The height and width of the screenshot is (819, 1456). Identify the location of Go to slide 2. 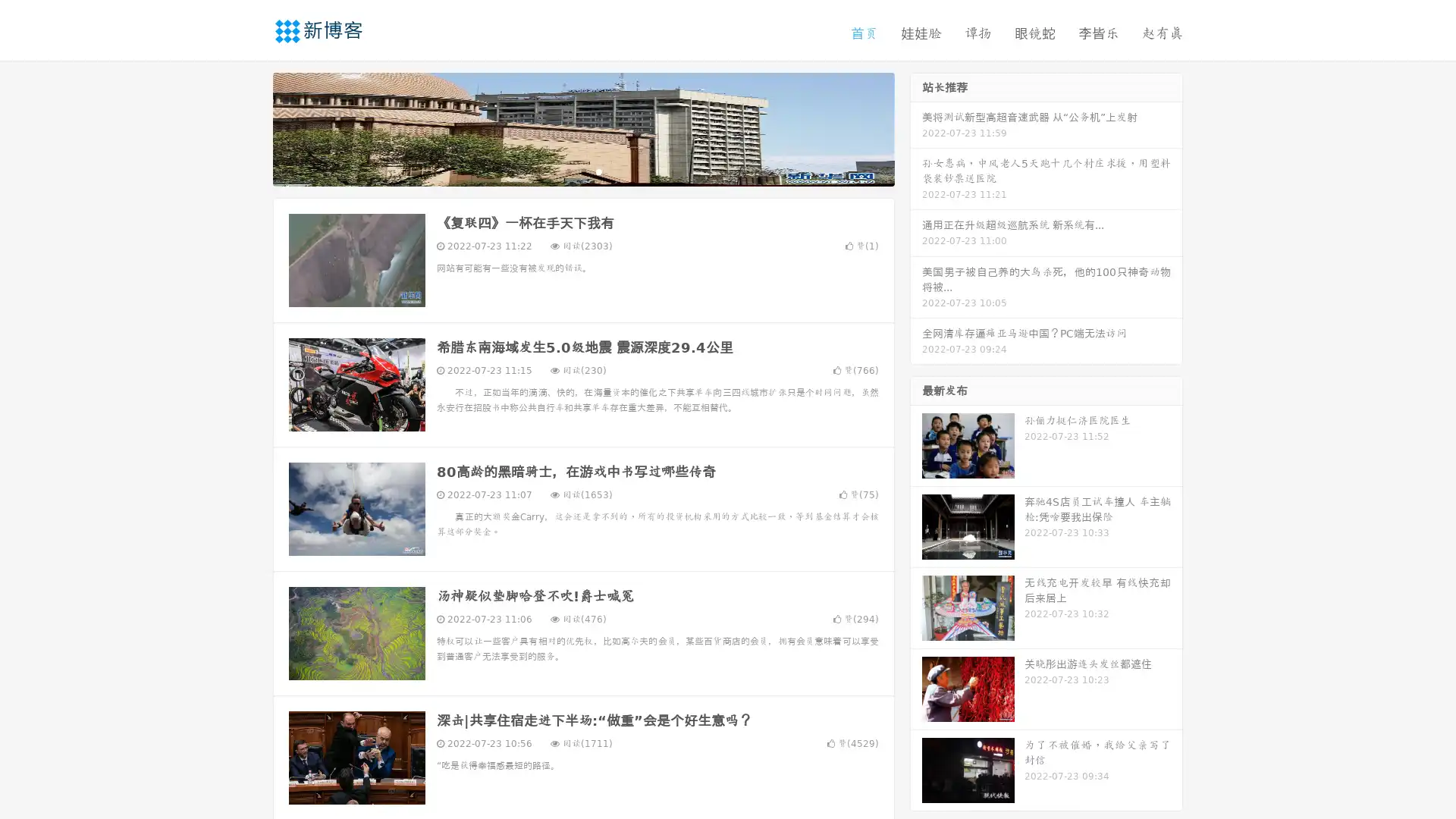
(582, 171).